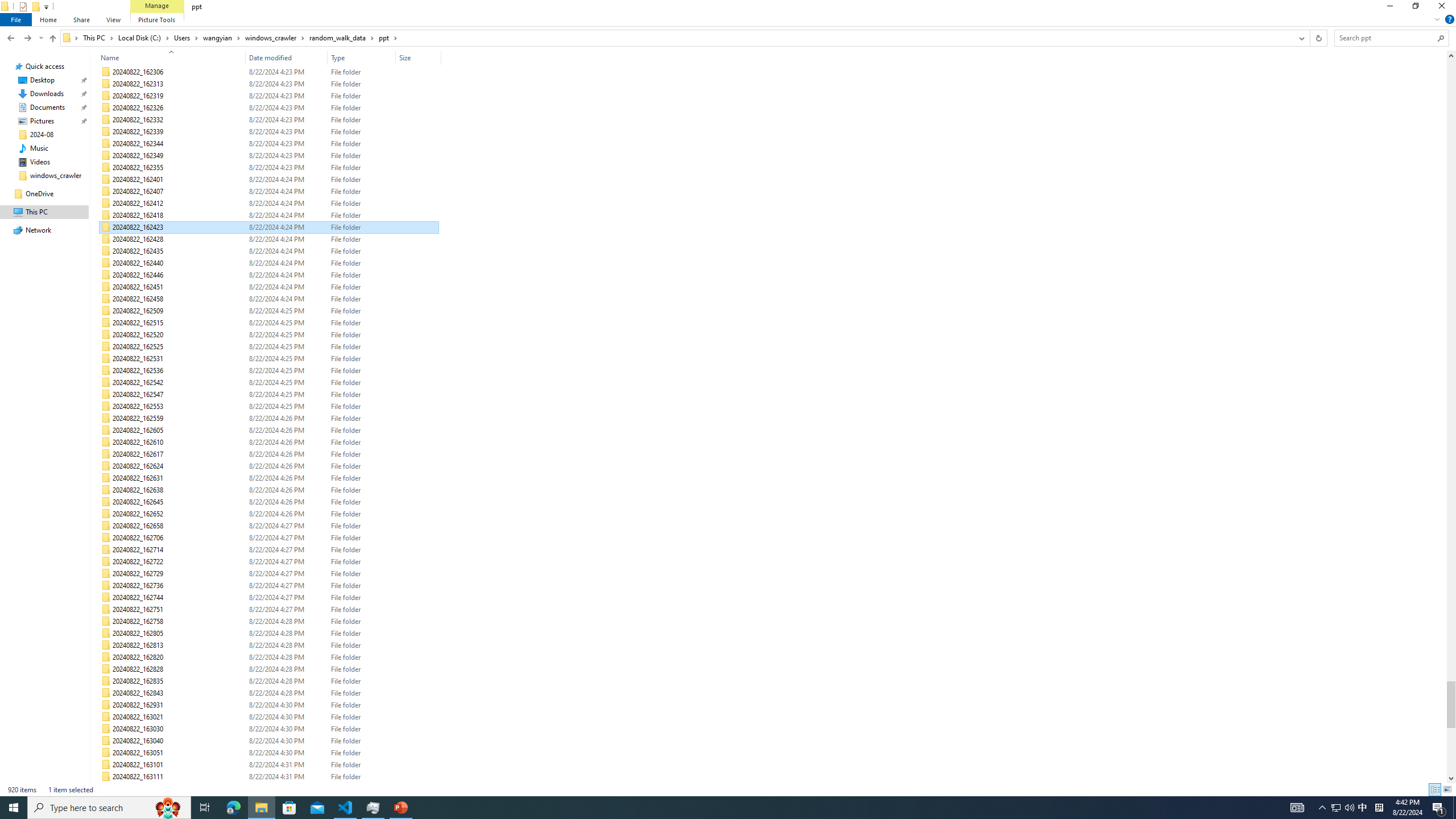  Describe the element at coordinates (287, 57) in the screenshot. I see `'Date modified'` at that location.